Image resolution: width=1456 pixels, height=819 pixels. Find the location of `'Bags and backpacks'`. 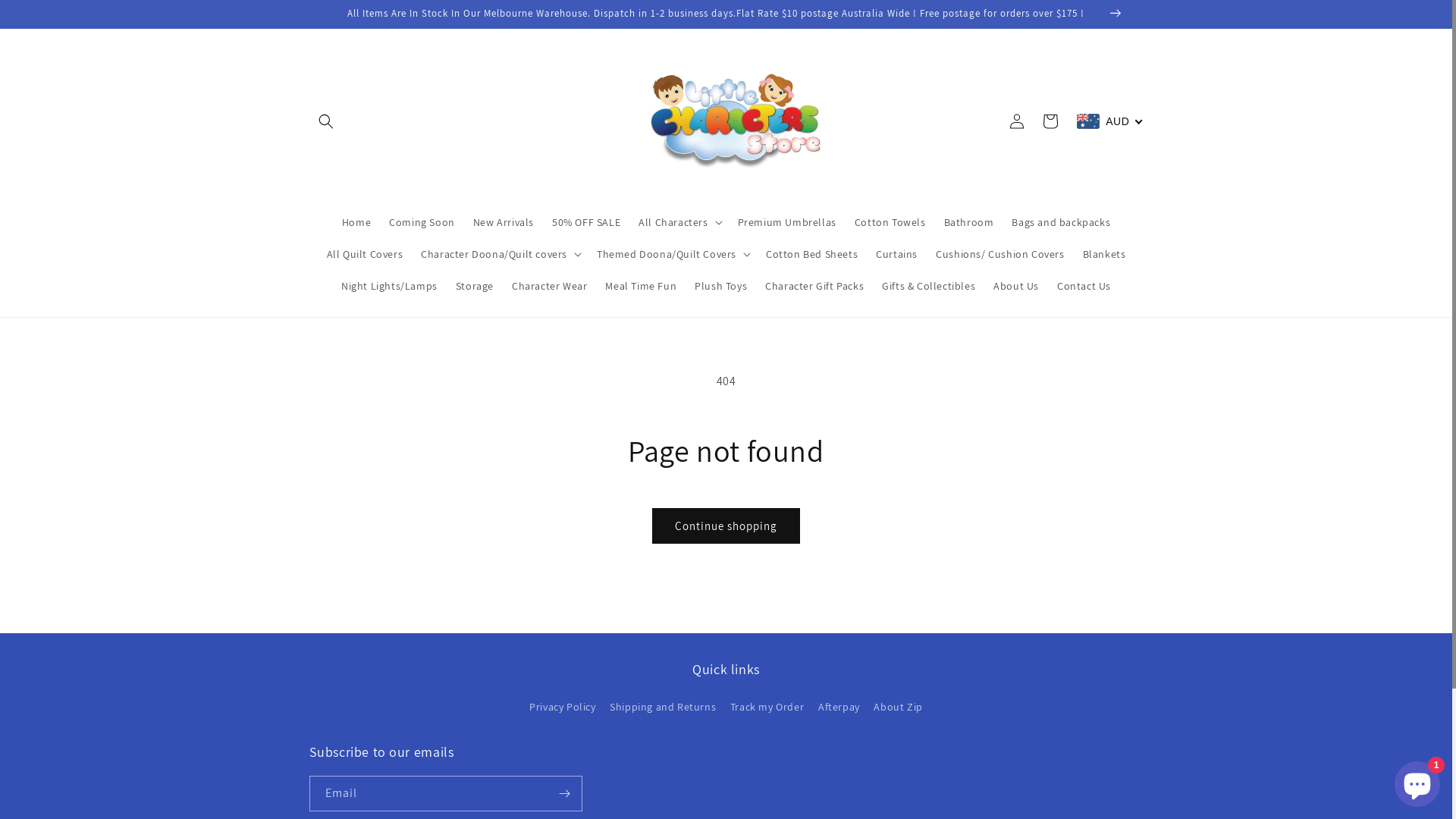

'Bags and backpacks' is located at coordinates (1059, 222).